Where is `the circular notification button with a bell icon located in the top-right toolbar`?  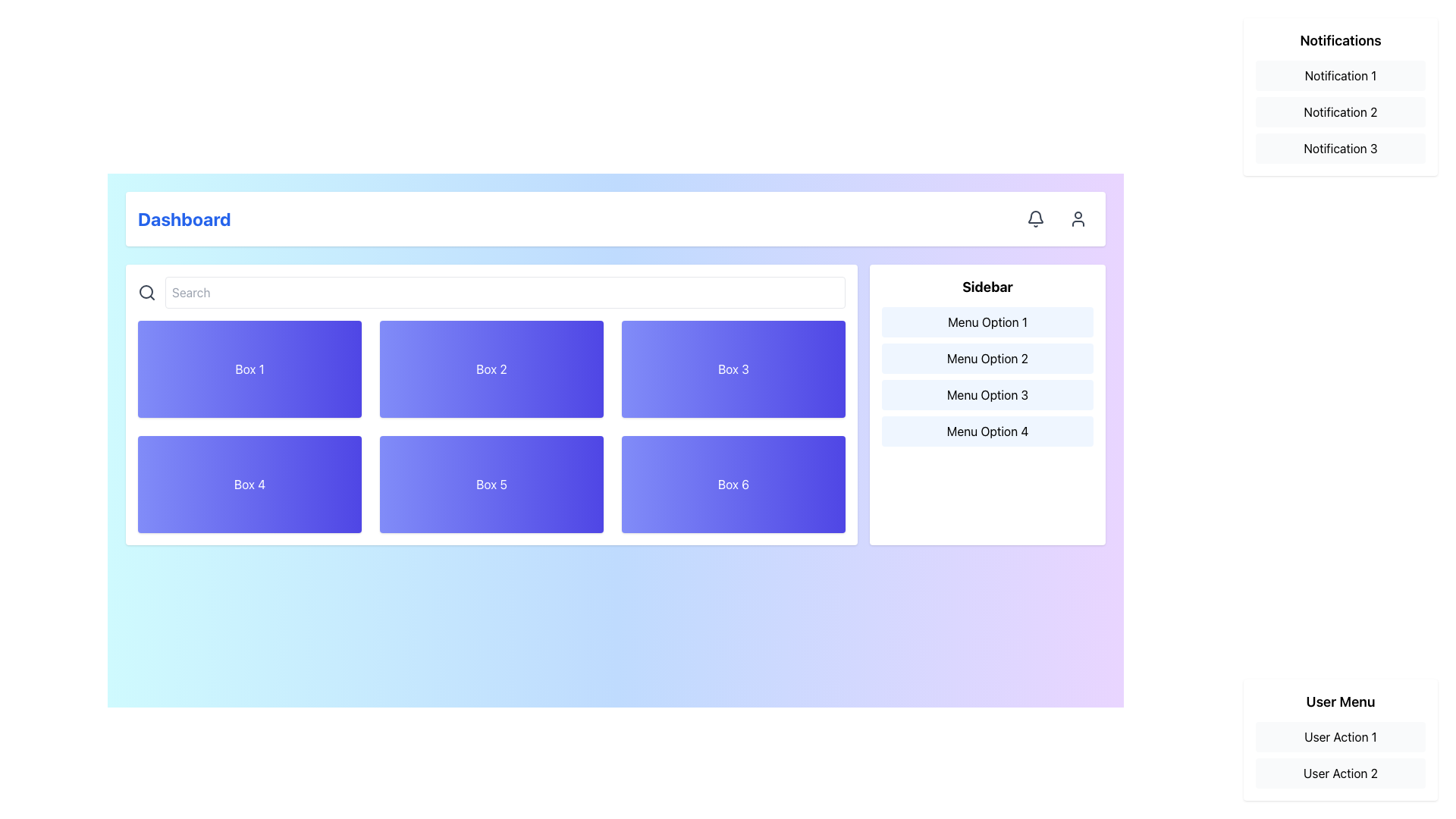
the circular notification button with a bell icon located in the top-right toolbar is located at coordinates (1035, 219).